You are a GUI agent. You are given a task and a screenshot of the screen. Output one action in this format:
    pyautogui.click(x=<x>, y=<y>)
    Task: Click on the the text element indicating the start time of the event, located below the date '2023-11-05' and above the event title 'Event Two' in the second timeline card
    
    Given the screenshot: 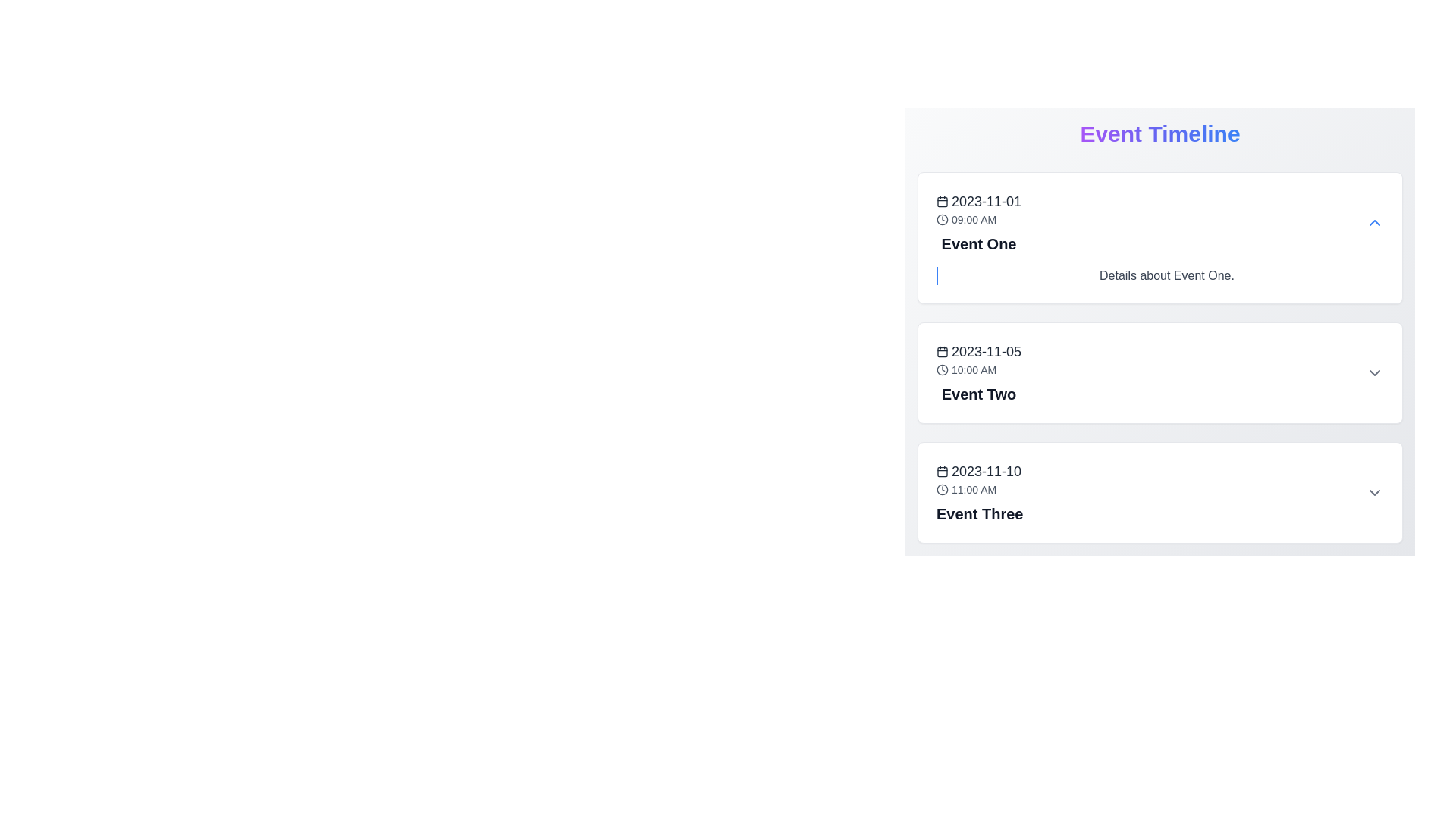 What is the action you would take?
    pyautogui.click(x=979, y=370)
    